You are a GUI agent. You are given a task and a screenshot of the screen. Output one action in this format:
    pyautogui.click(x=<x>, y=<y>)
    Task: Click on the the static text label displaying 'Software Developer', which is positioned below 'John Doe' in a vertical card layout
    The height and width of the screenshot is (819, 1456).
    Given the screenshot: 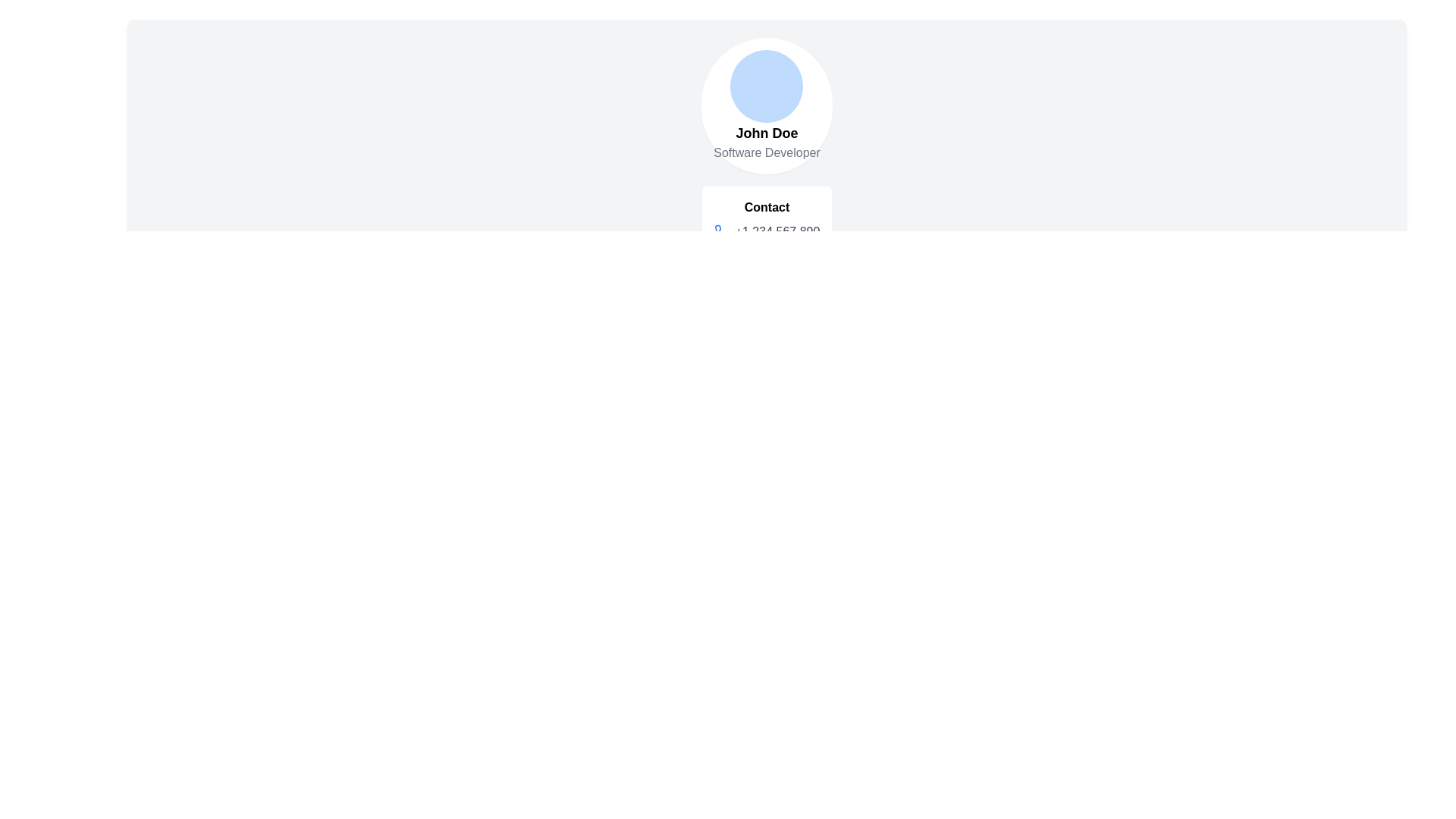 What is the action you would take?
    pyautogui.click(x=767, y=152)
    